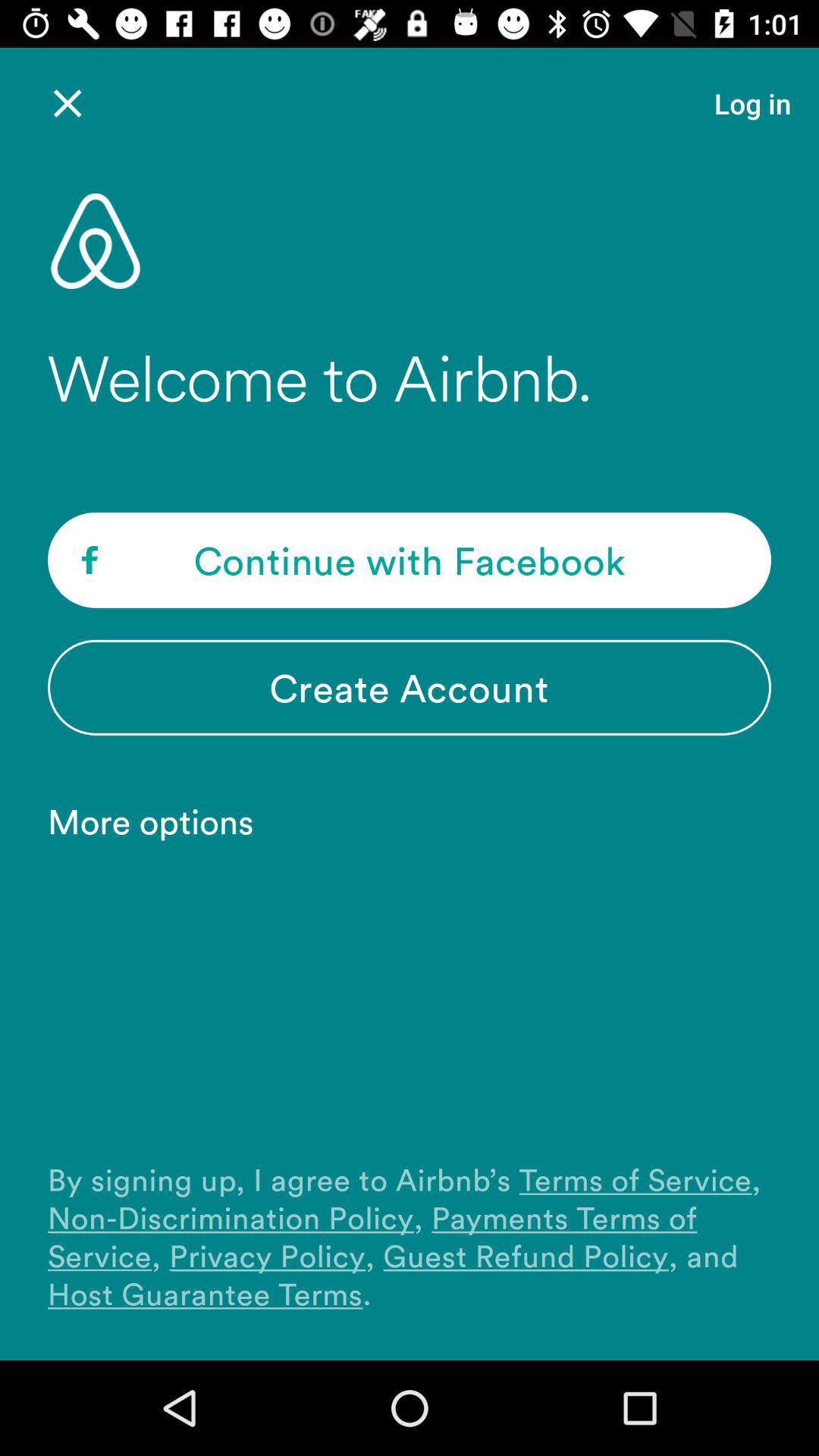  Describe the element at coordinates (409, 686) in the screenshot. I see `create account` at that location.